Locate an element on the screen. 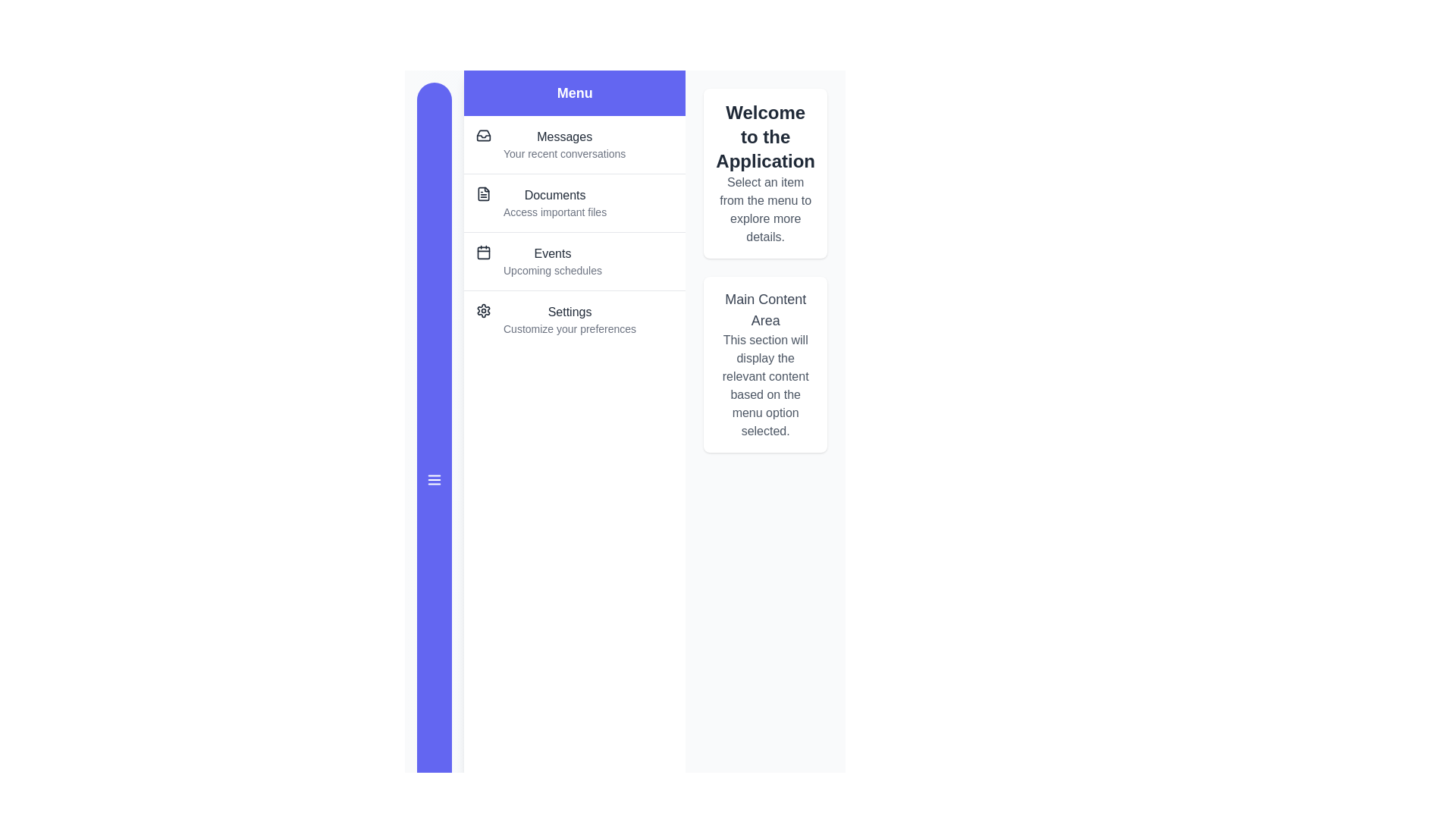 This screenshot has width=1456, height=819. the main content area to focus on it is located at coordinates (764, 365).